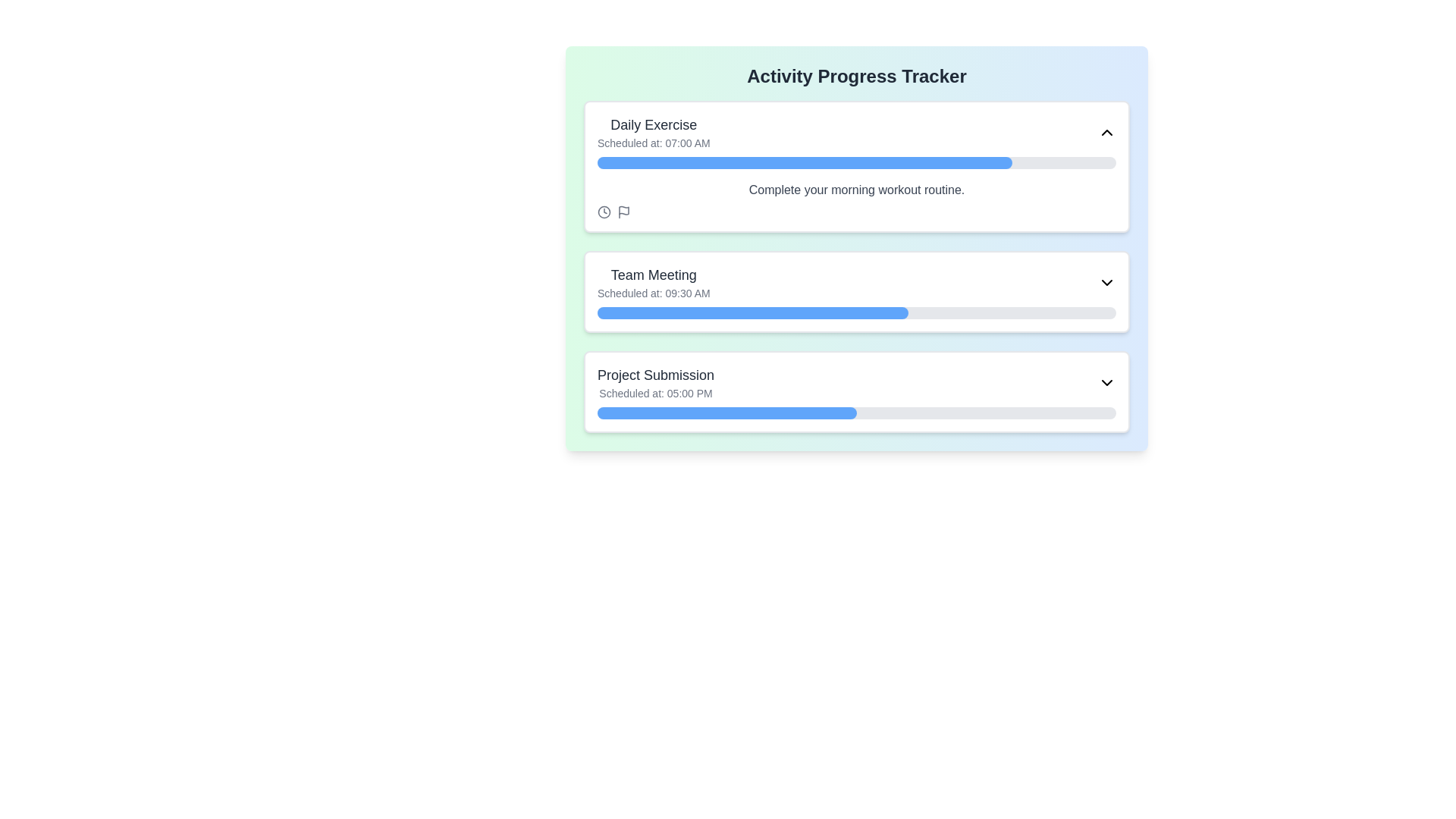 The image size is (1456, 819). What do you see at coordinates (603, 212) in the screenshot?
I see `the clock icon located at the bottom-left corner of the 'Daily Exercise' task card, which serves as a visual indicator or reminder for the schedule` at bounding box center [603, 212].